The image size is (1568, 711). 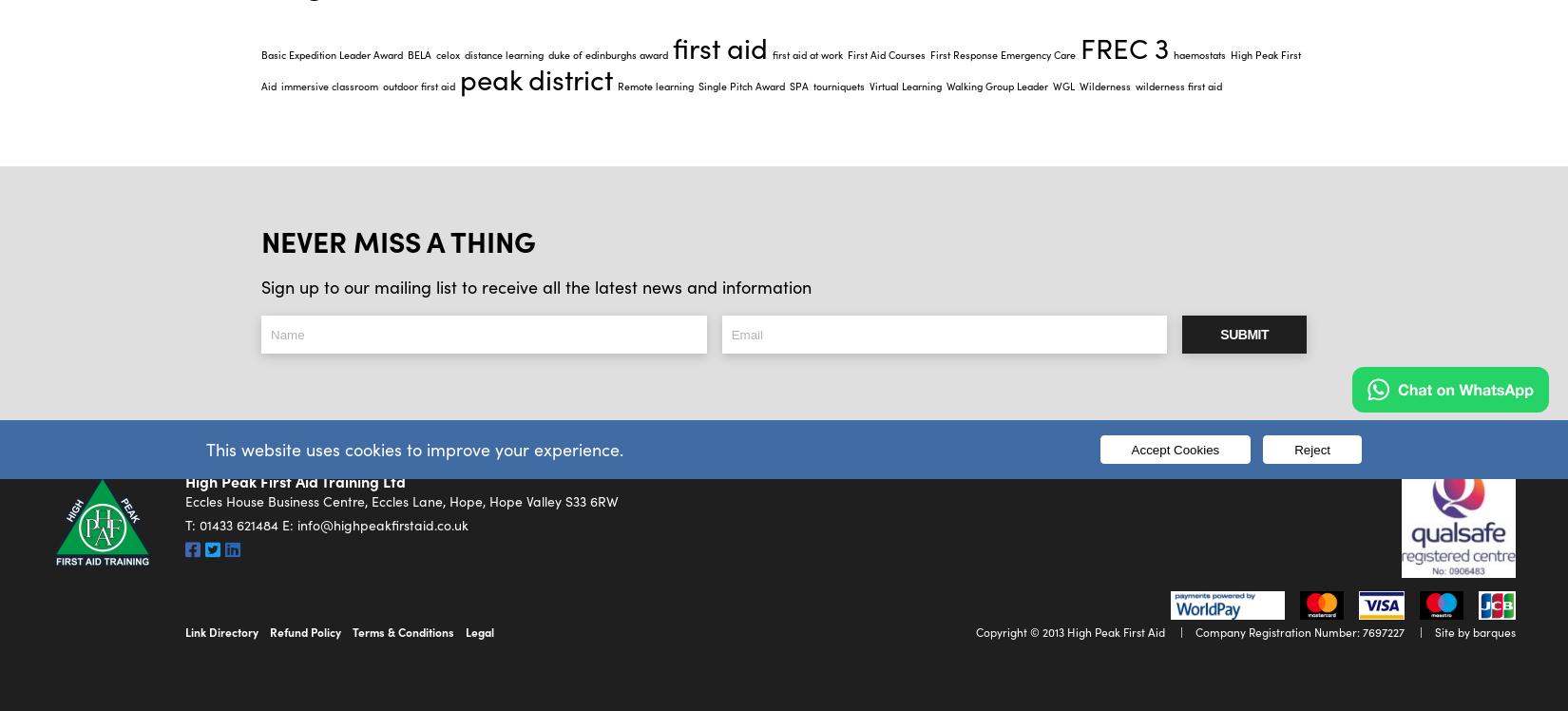 I want to click on 'Wilderness', so click(x=1080, y=84).